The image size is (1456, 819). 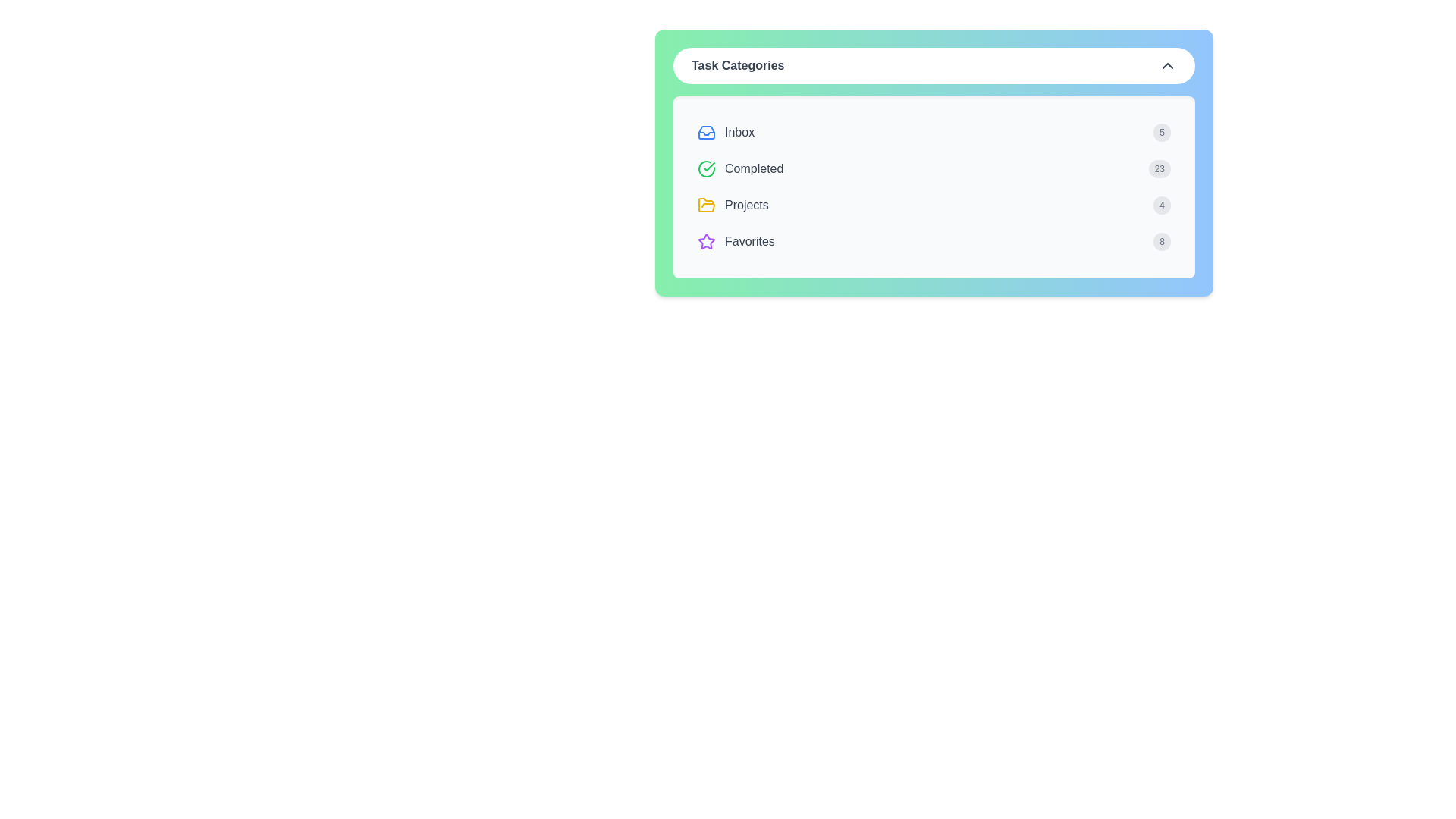 What do you see at coordinates (705, 131) in the screenshot?
I see `the blue mailbox inbox icon located at the top-left corner of the 'Inbox' row in the 'Task Categories' section to interact with the 'Inbox' category` at bounding box center [705, 131].